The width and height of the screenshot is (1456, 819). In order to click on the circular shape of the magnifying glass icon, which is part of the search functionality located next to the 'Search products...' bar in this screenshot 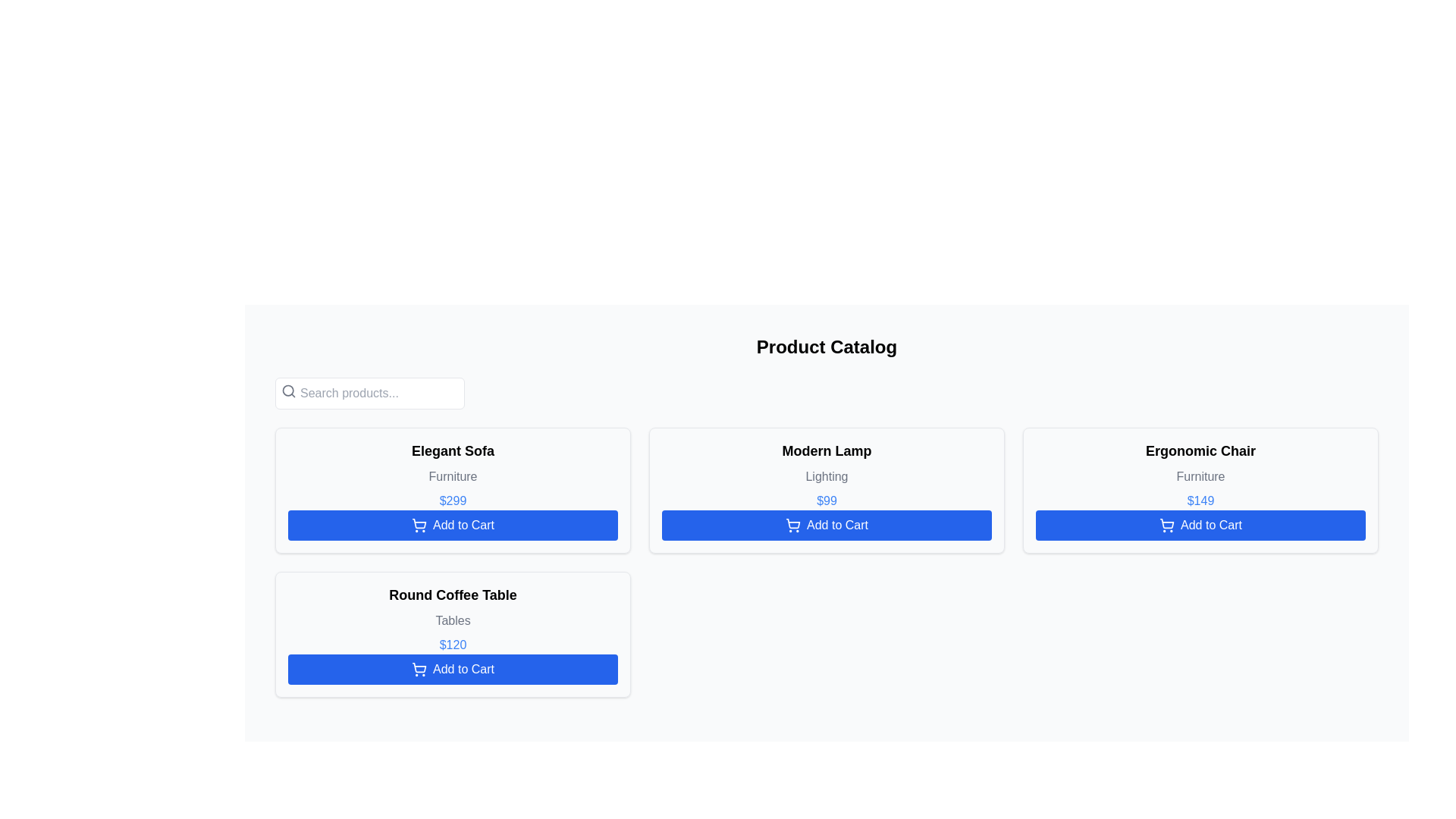, I will do `click(288, 390)`.